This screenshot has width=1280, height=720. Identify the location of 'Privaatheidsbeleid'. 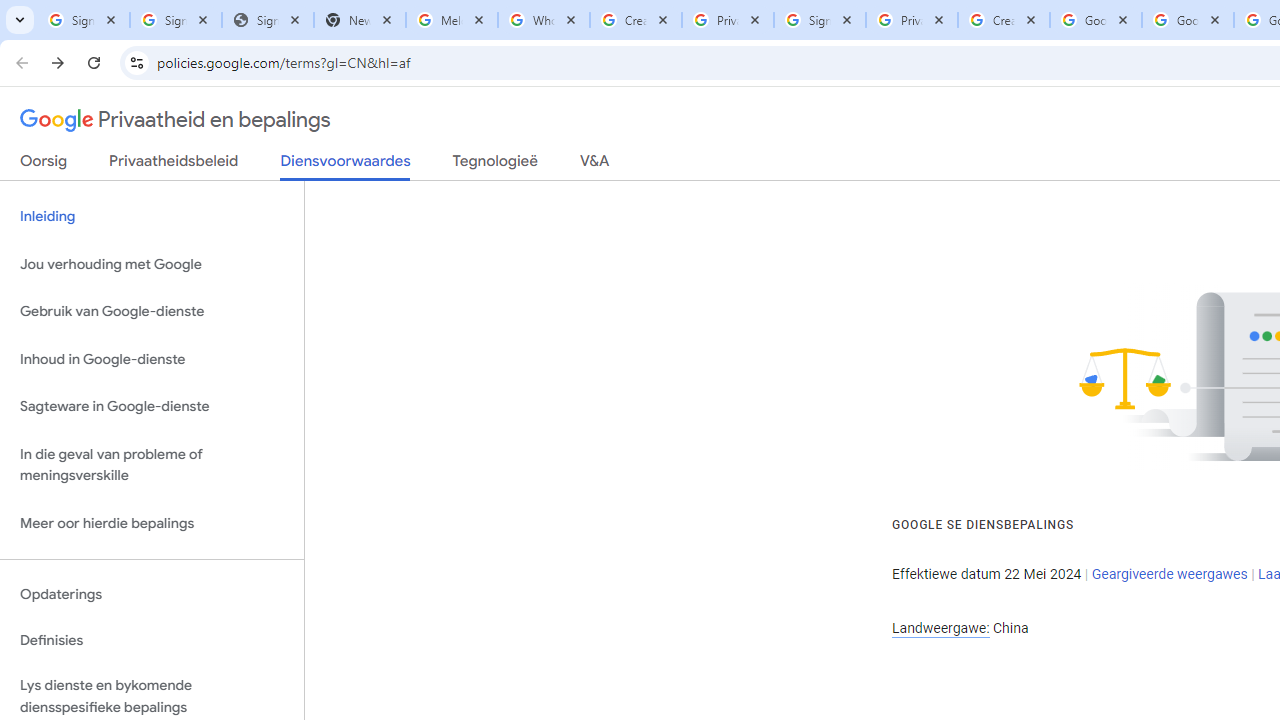
(174, 164).